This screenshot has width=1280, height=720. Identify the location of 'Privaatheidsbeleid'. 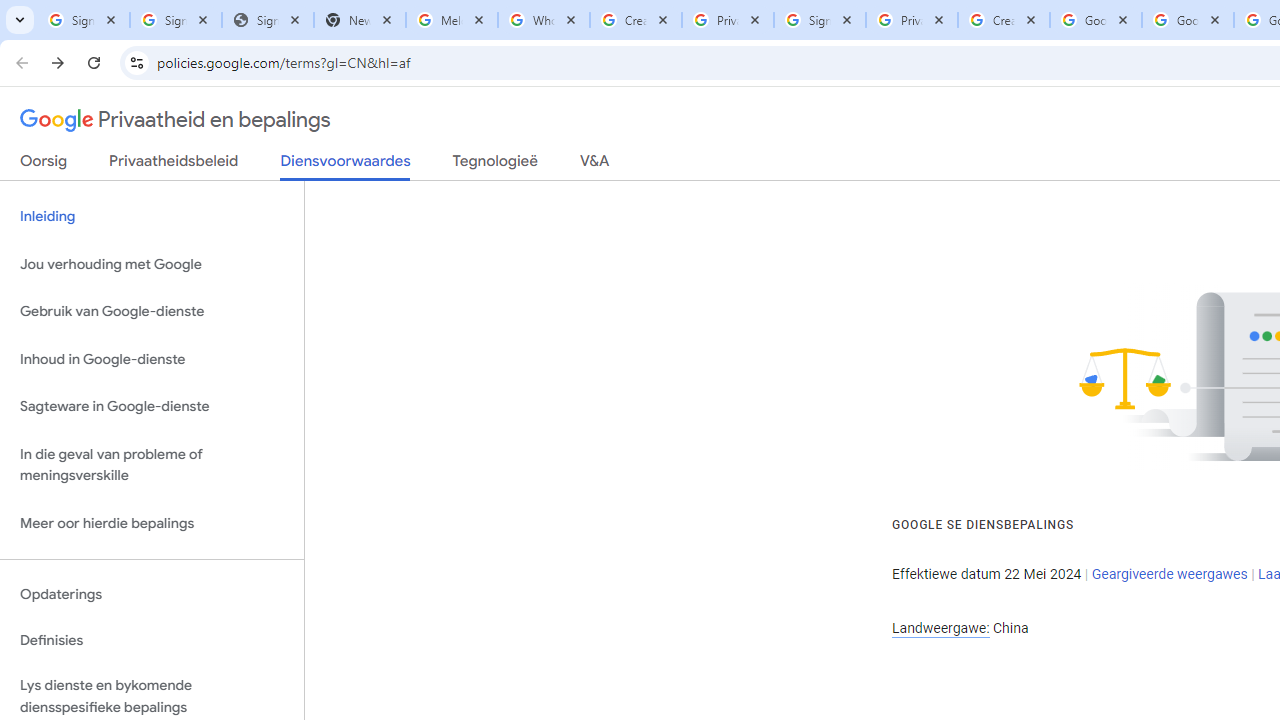
(174, 164).